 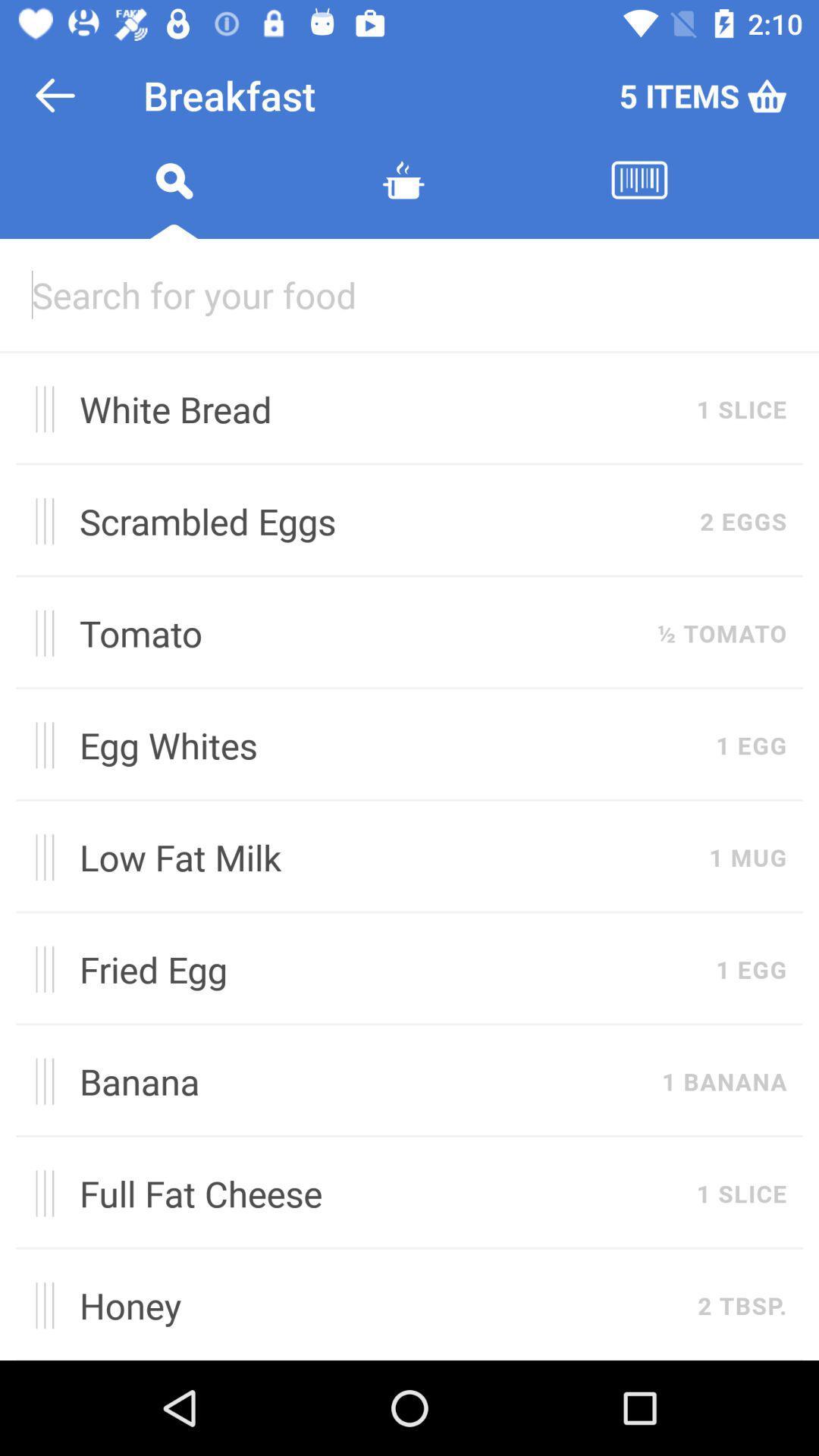 I want to click on search for your food, so click(x=409, y=294).